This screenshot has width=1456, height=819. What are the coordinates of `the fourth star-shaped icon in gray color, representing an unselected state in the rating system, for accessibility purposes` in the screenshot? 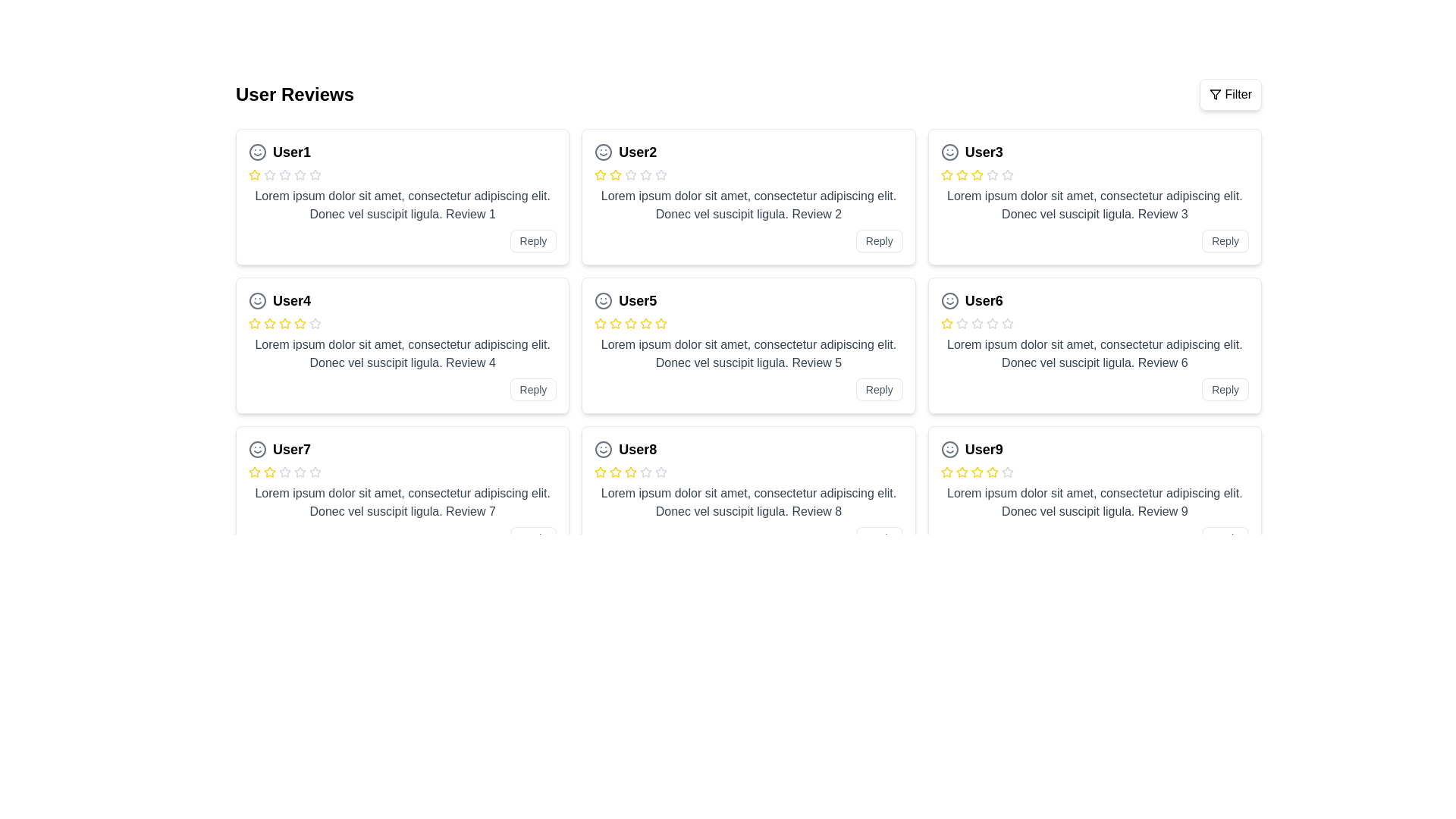 It's located at (631, 174).